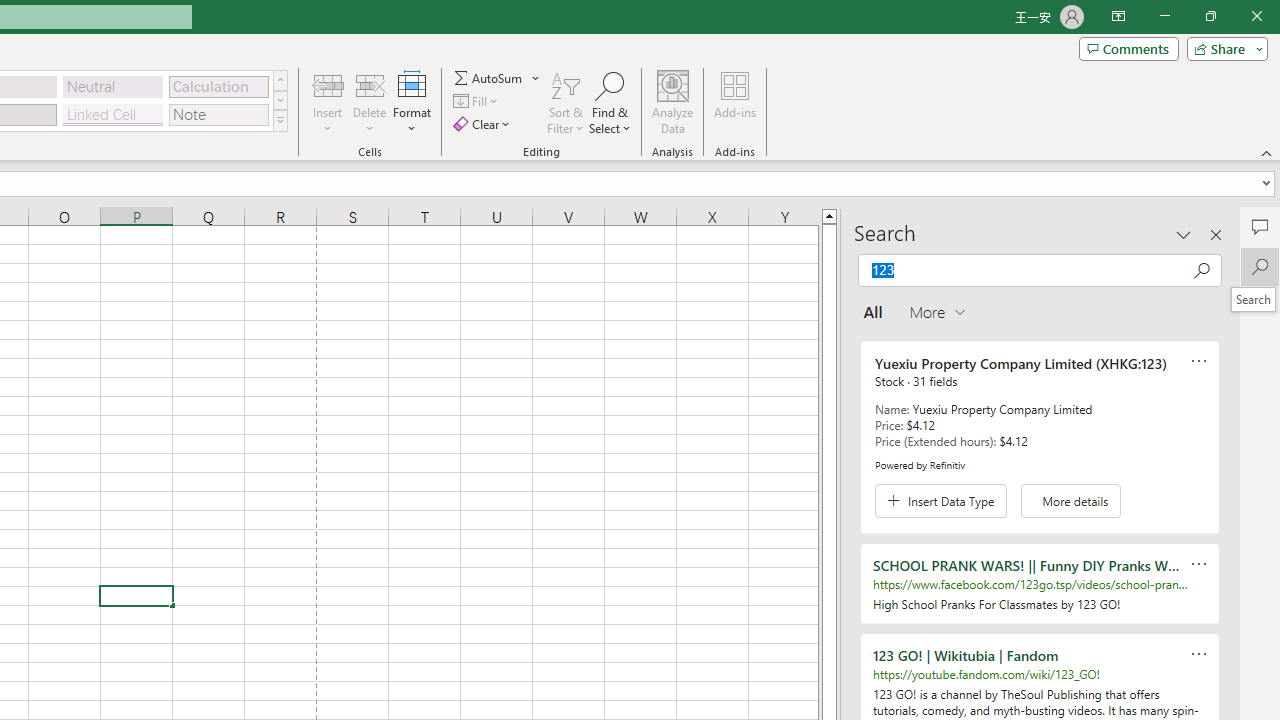 This screenshot has width=1280, height=720. I want to click on 'Delete', so click(369, 103).